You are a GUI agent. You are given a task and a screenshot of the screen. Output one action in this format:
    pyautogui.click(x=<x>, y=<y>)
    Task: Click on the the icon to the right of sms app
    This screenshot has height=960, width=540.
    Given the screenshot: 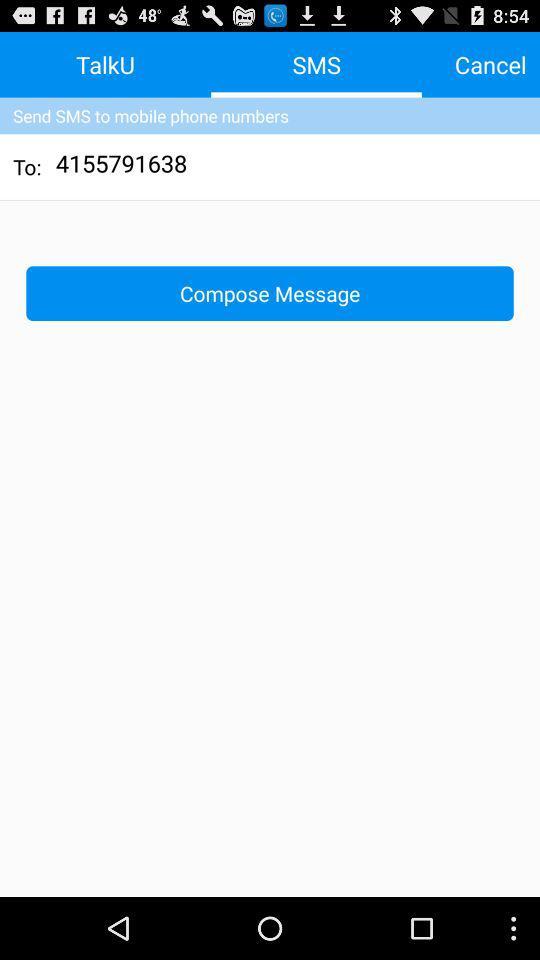 What is the action you would take?
    pyautogui.click(x=489, y=64)
    